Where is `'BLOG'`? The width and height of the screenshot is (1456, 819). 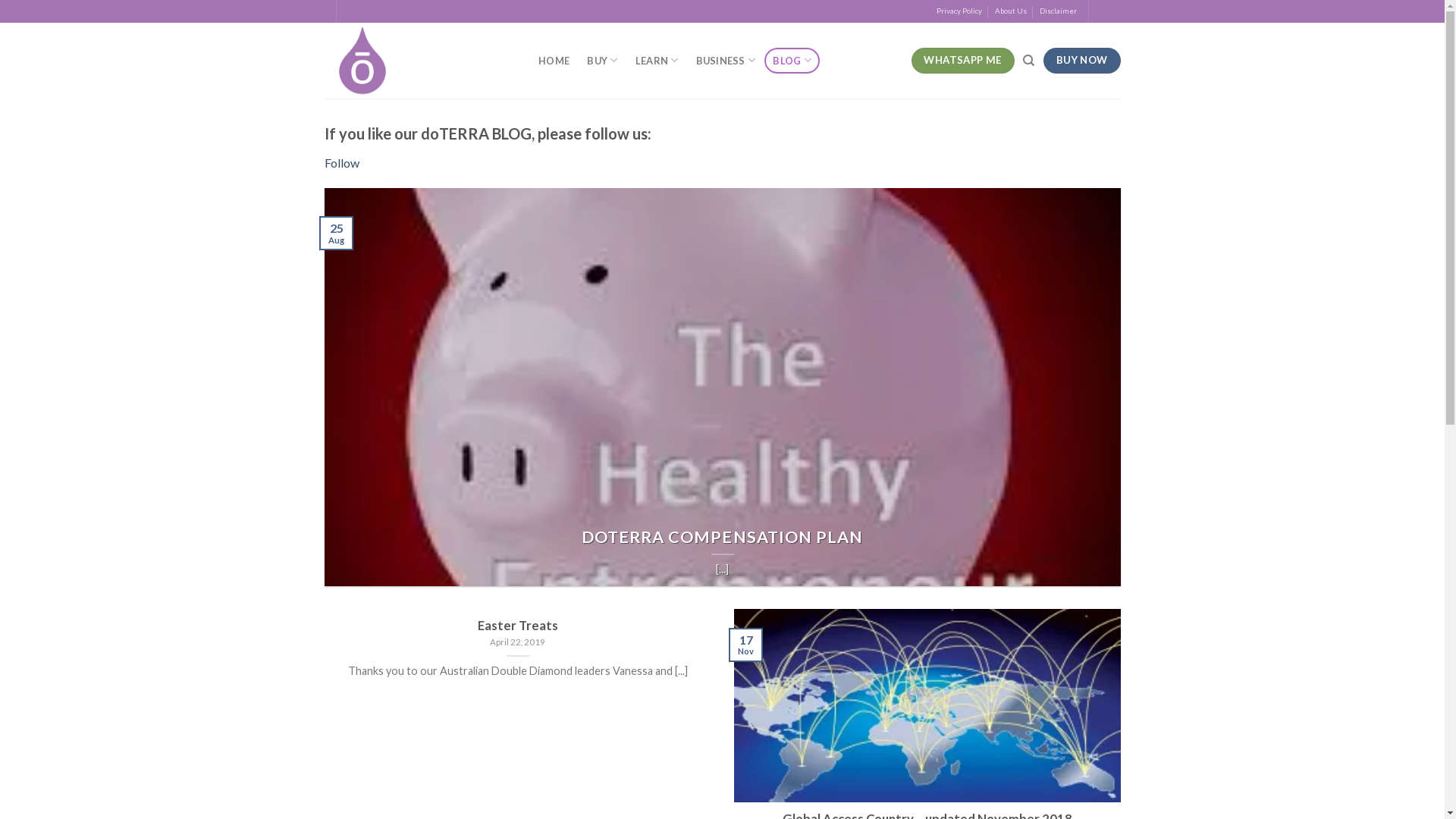 'BLOG' is located at coordinates (792, 60).